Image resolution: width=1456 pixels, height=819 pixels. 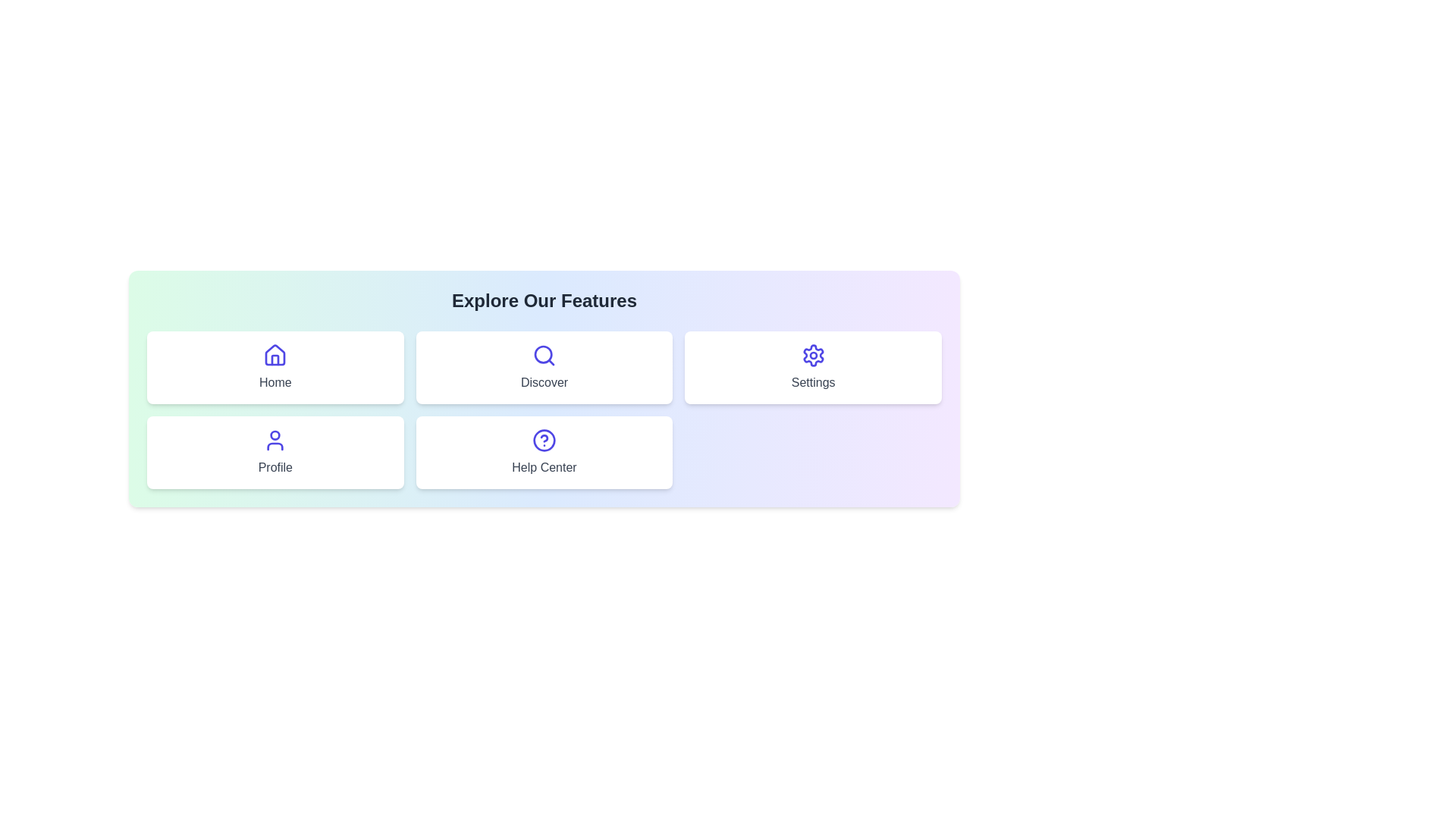 What do you see at coordinates (544, 382) in the screenshot?
I see `the 'Discover' text label which is styled in gray and is located below a magnifying glass icon in the second column of the first row in the grid layout` at bounding box center [544, 382].